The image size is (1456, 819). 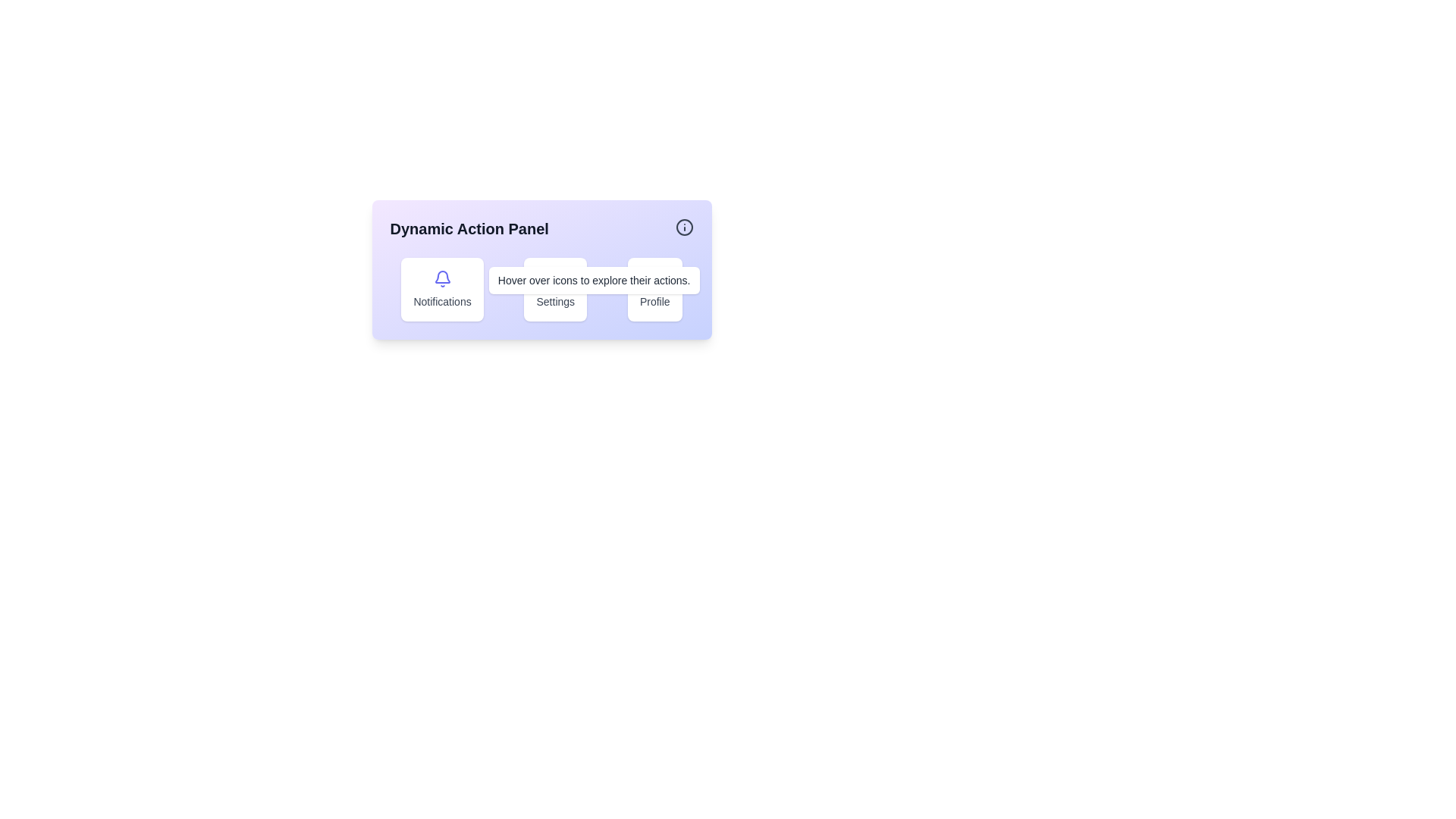 What do you see at coordinates (654, 253) in the screenshot?
I see `the tooltip element with a black background and white text that displays 'Detail of Profile', located at the top center of the 'Profile' button` at bounding box center [654, 253].